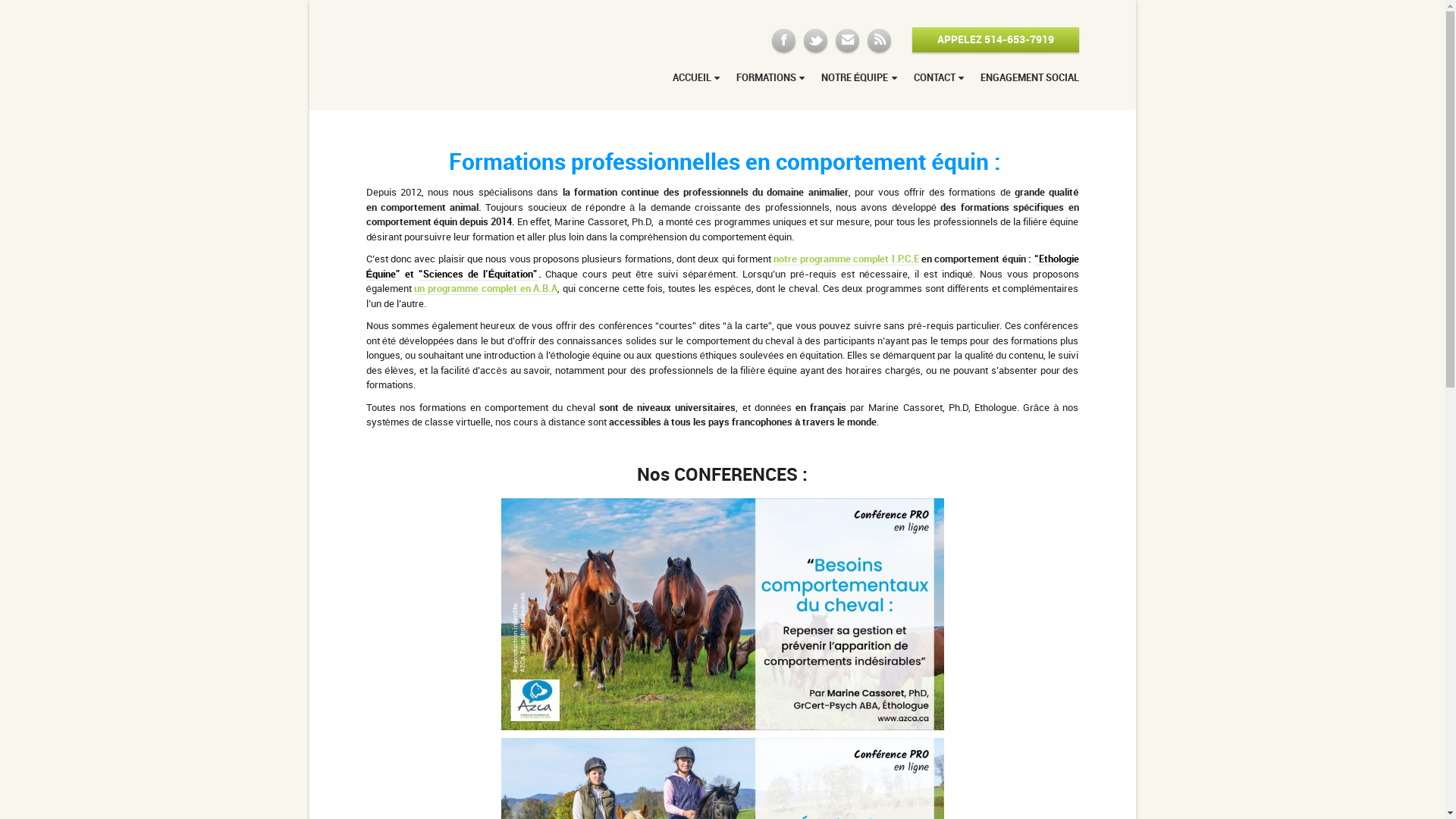 Image resolution: width=1456 pixels, height=819 pixels. I want to click on 'CONTACT', so click(938, 80).